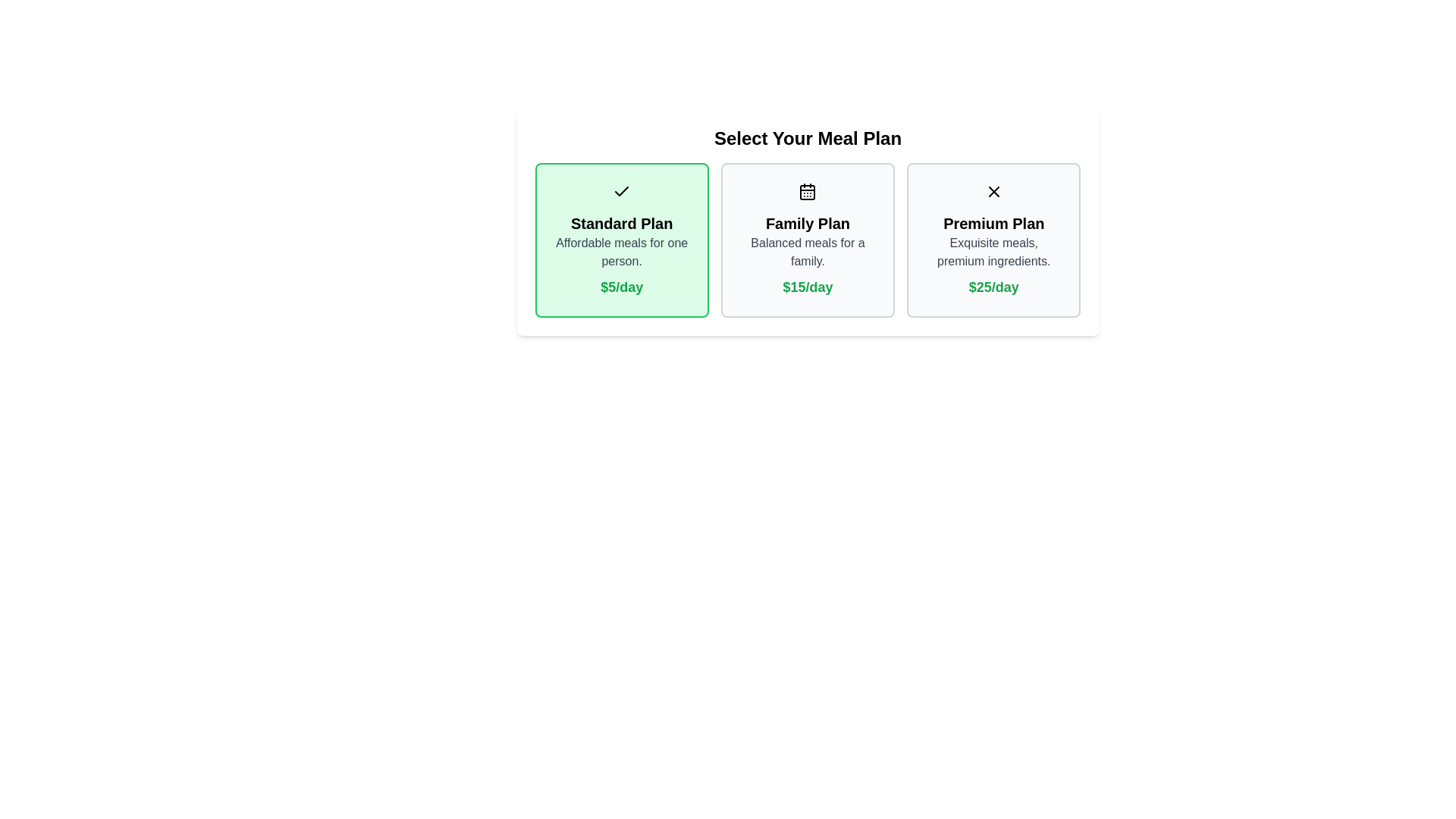  What do you see at coordinates (807, 239) in the screenshot?
I see `information regarding the 'Family Plan' option presented in the selectable card located in the central column of the layout` at bounding box center [807, 239].